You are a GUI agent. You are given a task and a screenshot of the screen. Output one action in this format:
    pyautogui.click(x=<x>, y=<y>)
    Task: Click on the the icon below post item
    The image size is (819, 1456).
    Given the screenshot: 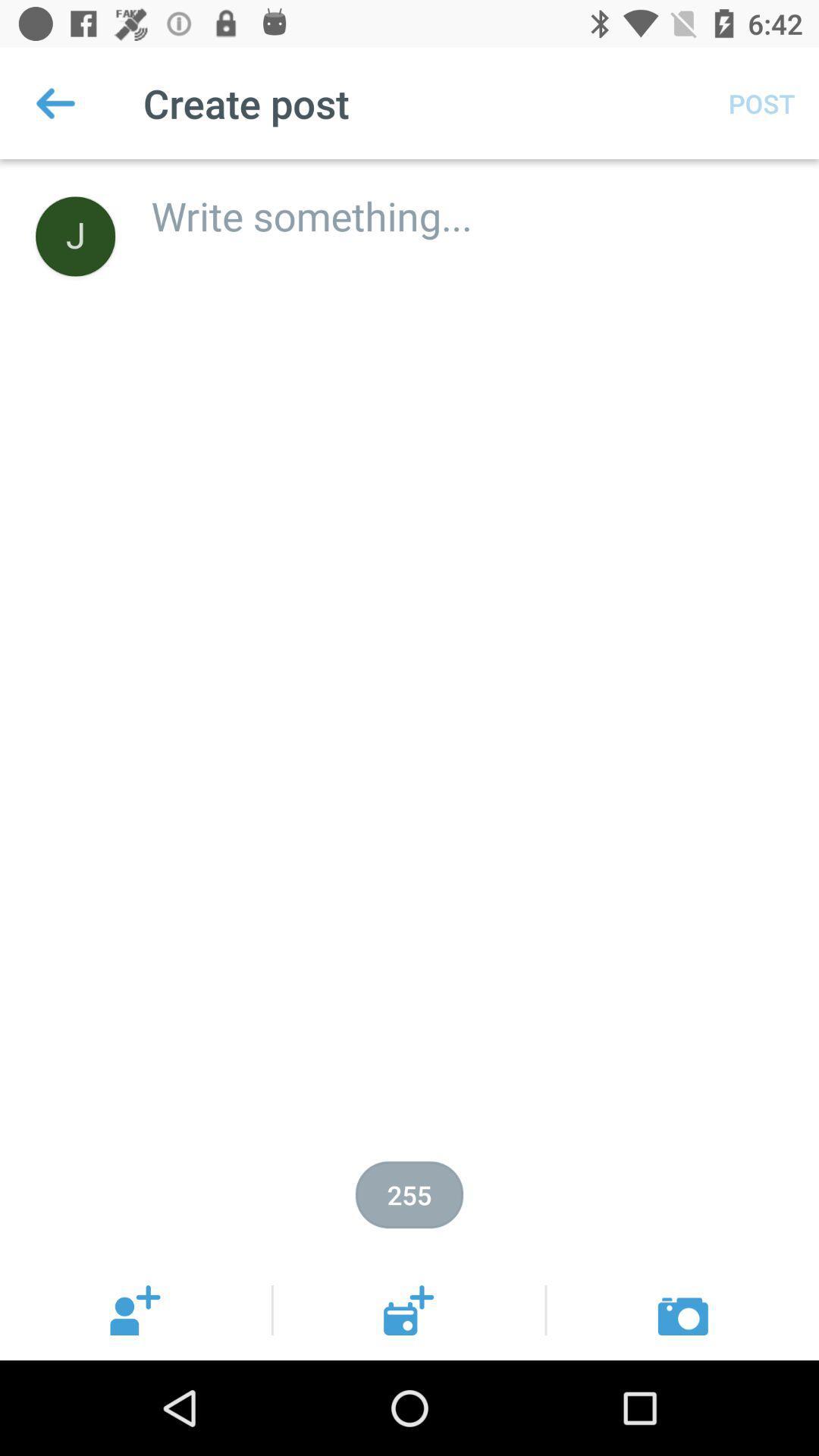 What is the action you would take?
    pyautogui.click(x=468, y=199)
    